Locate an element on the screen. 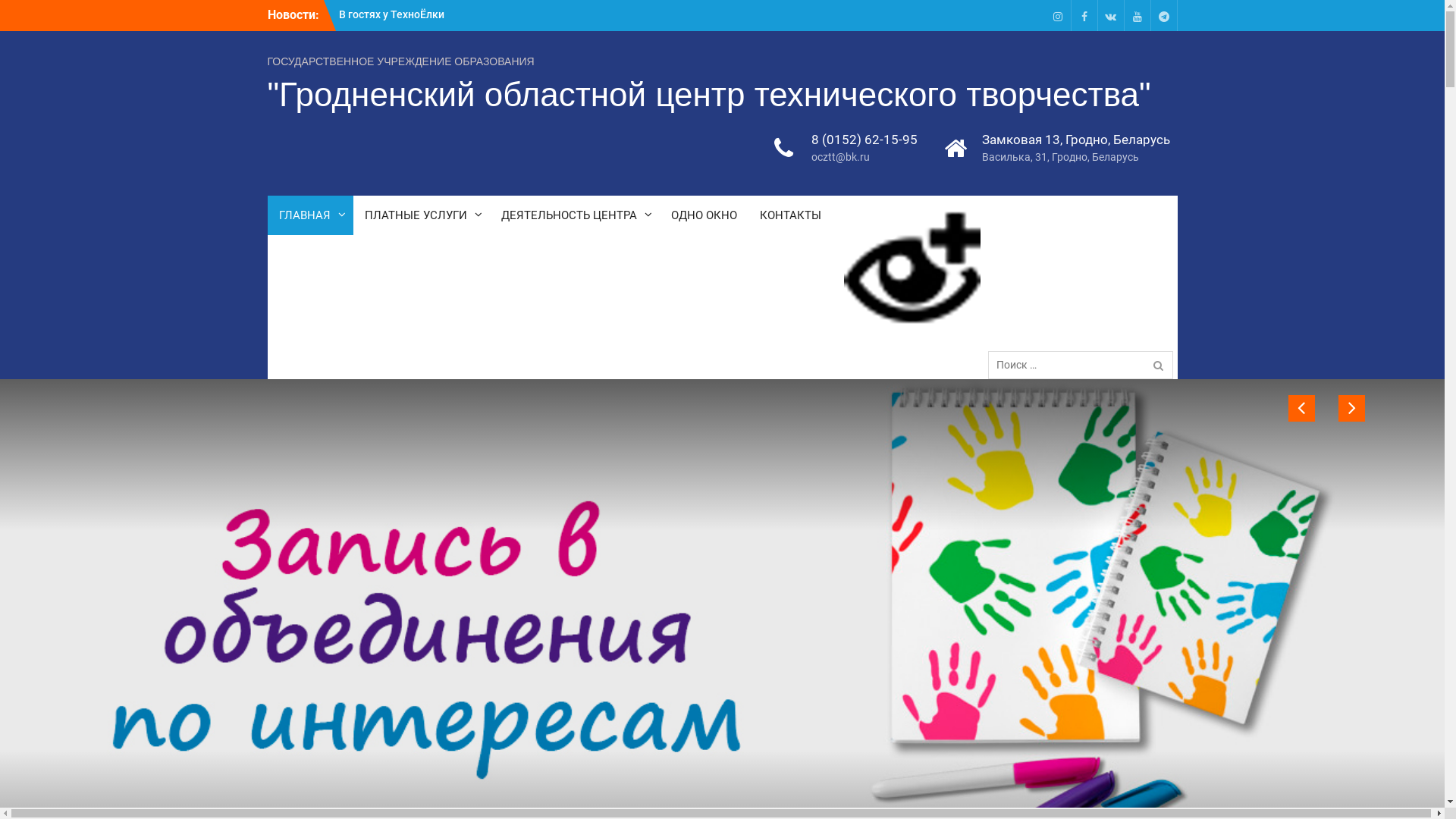 The height and width of the screenshot is (819, 1456). 'Youtube' is located at coordinates (1137, 15).